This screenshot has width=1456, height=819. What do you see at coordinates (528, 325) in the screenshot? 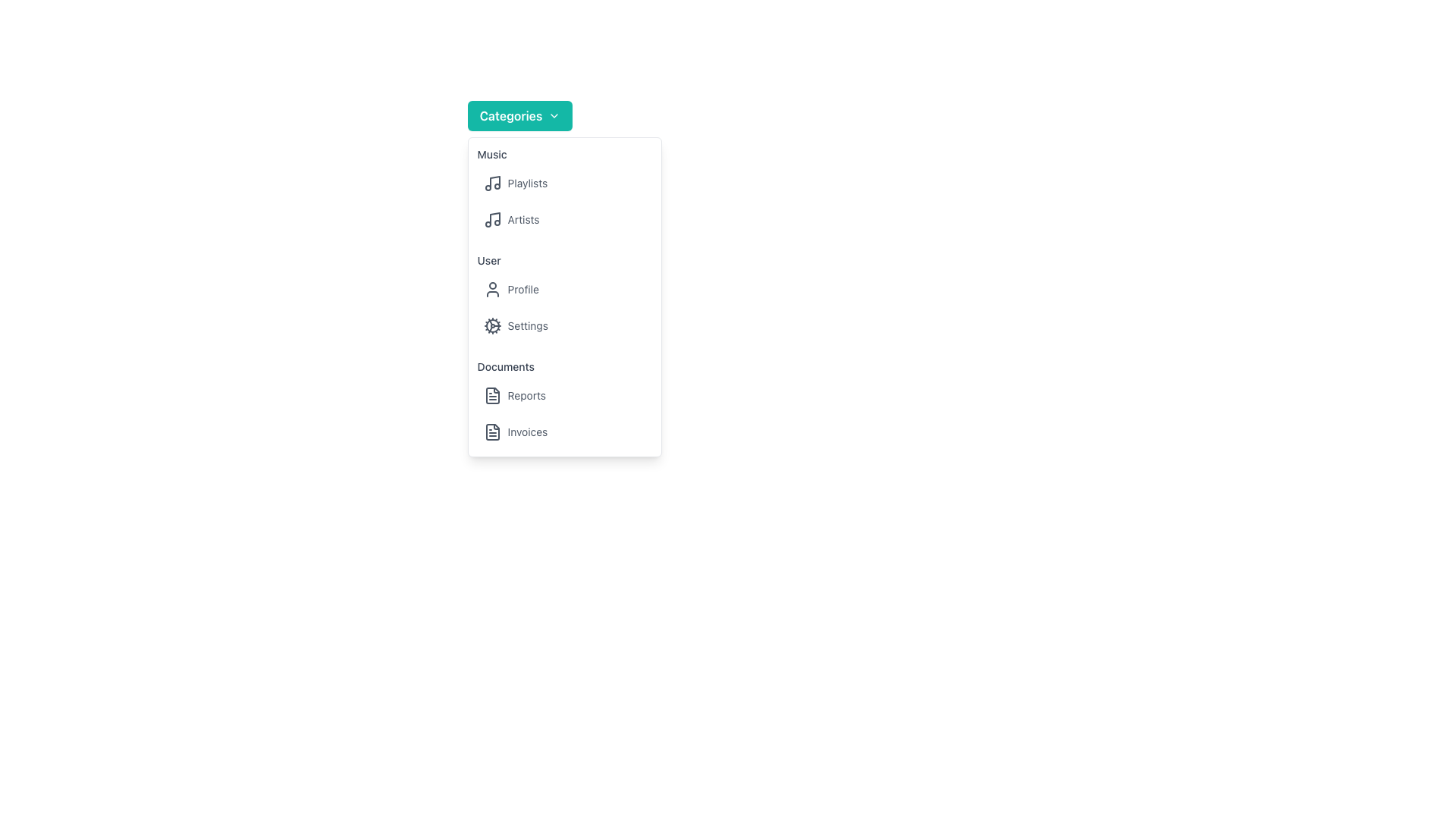
I see `the 'Settings' text label located in the vertical menu under the 'User' section, which is the second item below 'Profile'` at bounding box center [528, 325].